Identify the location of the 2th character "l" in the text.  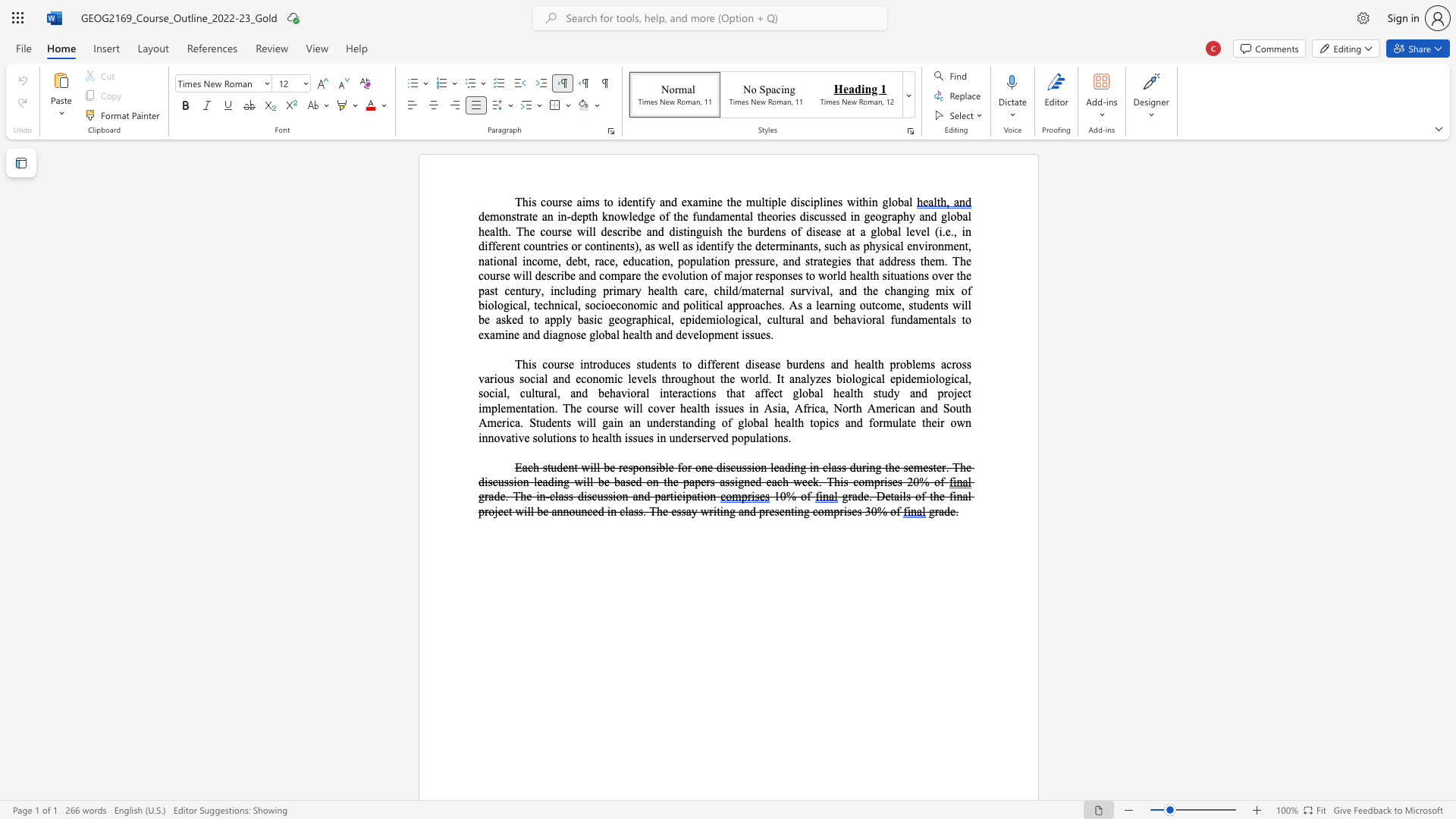
(968, 305).